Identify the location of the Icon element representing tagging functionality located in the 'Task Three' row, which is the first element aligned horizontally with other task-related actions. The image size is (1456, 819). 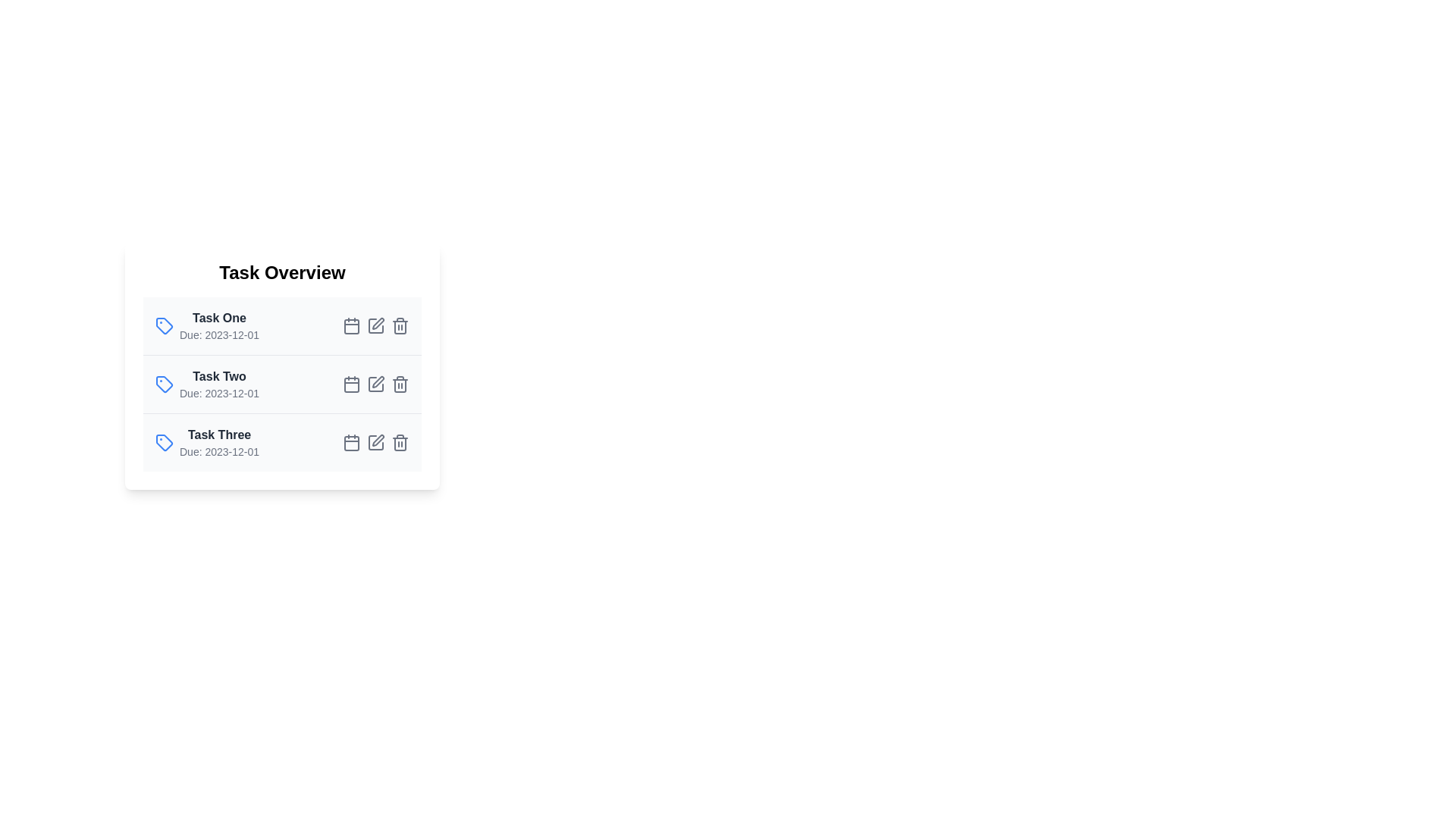
(164, 442).